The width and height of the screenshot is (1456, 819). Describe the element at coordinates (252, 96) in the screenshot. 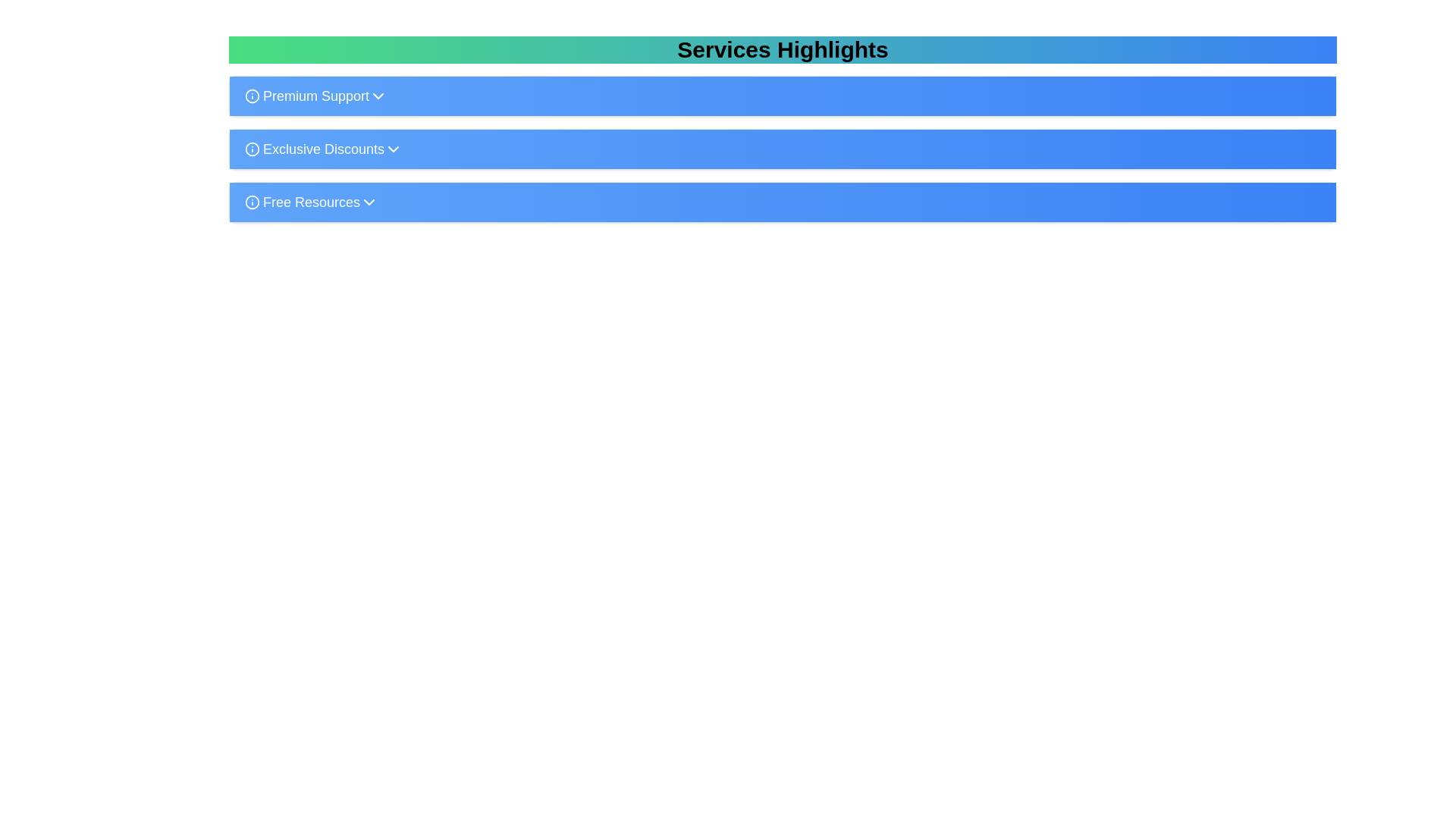

I see `the filled blue circular icon located to the left of the 'Premium Support' text in the vertical list if it is interactive` at that location.